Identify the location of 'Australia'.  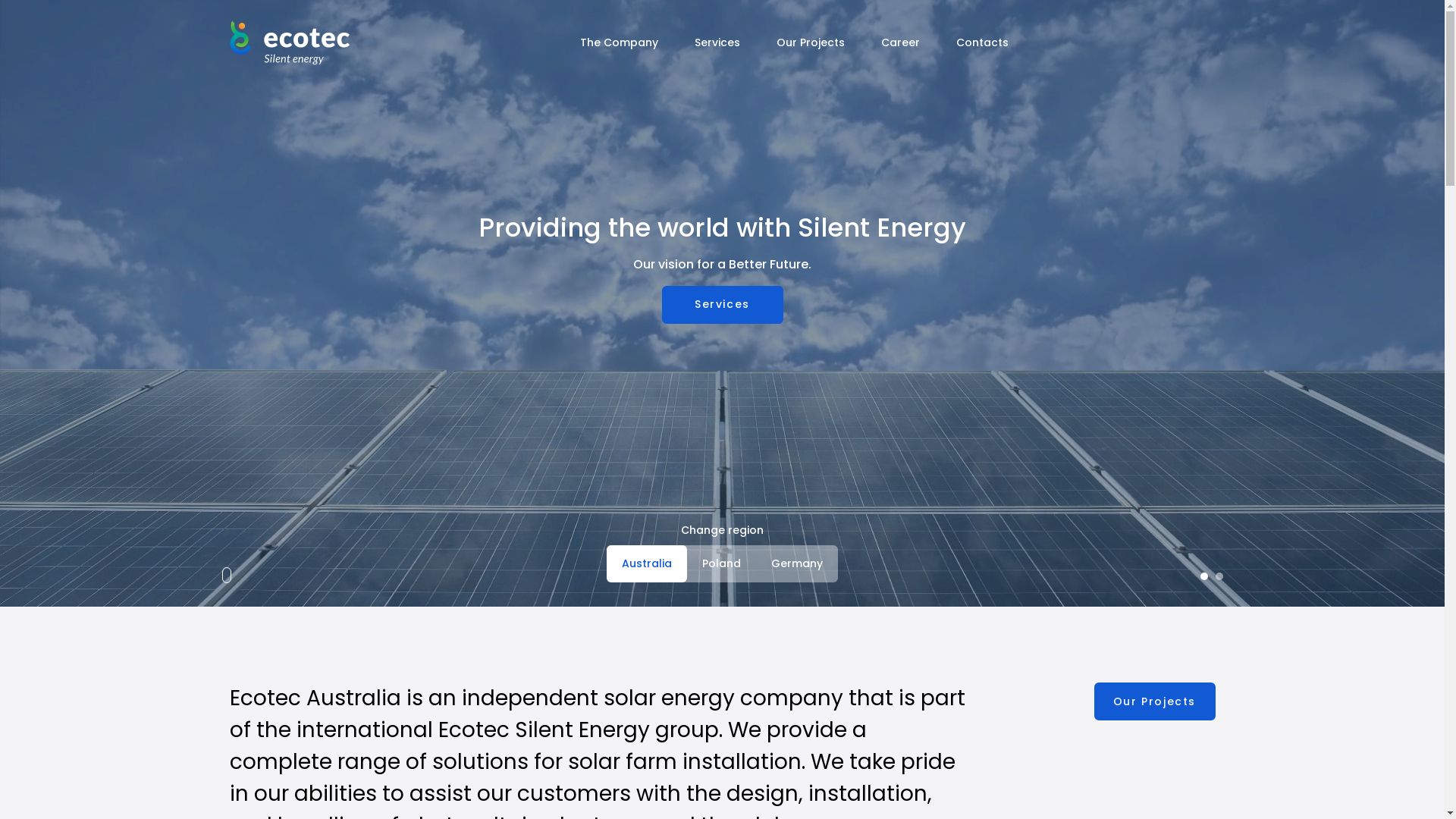
(647, 563).